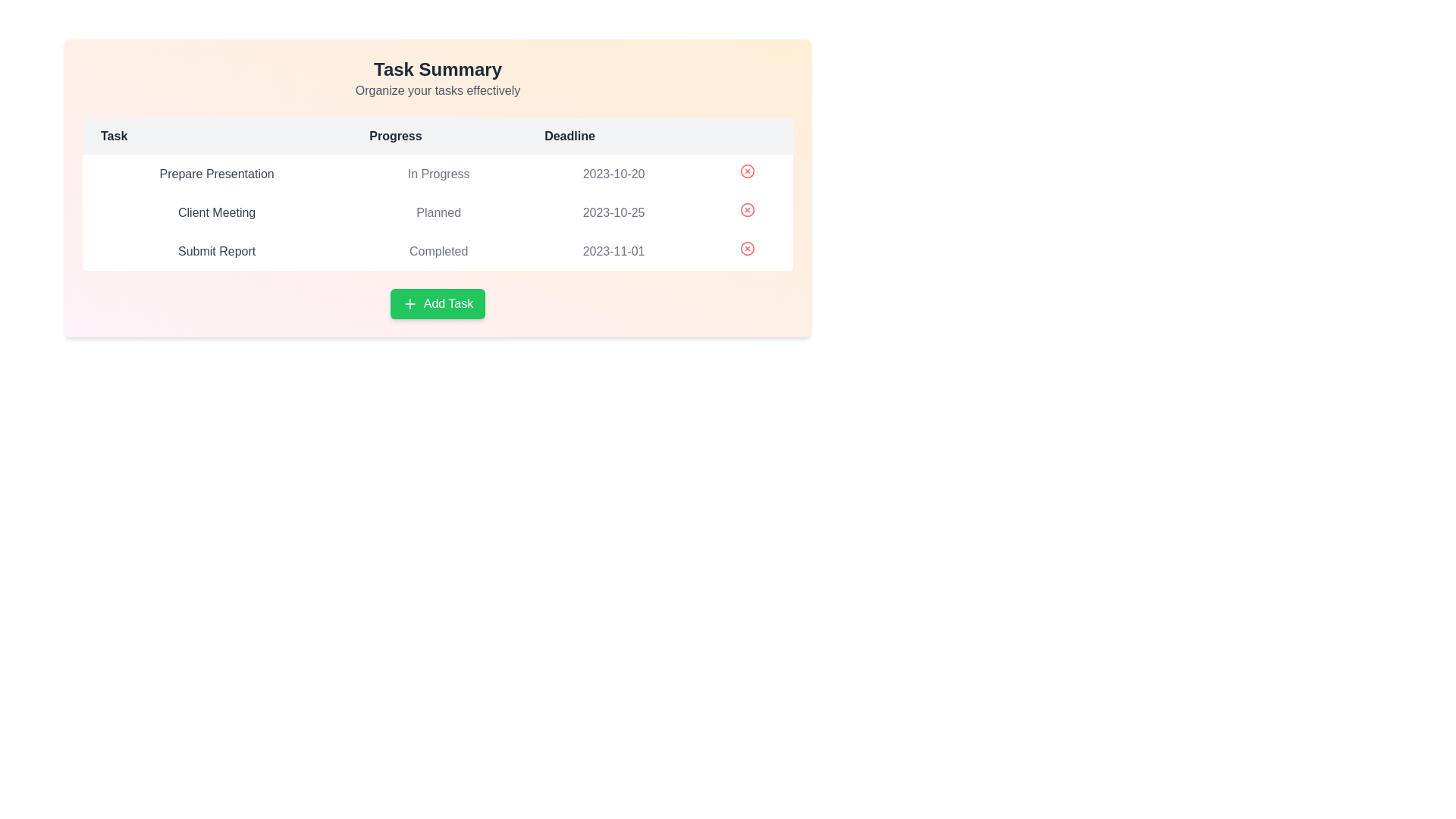 This screenshot has height=819, width=1456. What do you see at coordinates (747, 210) in the screenshot?
I see `delete button for the task with name 'Client Meeting'` at bounding box center [747, 210].